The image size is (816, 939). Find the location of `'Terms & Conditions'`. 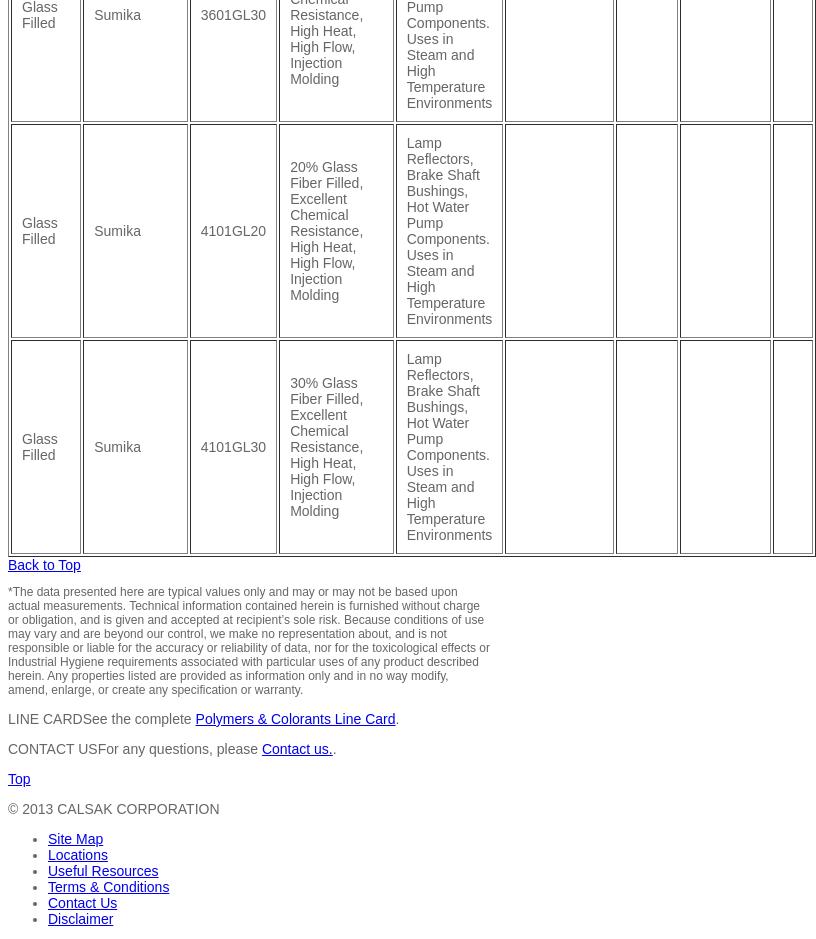

'Terms & Conditions' is located at coordinates (108, 886).